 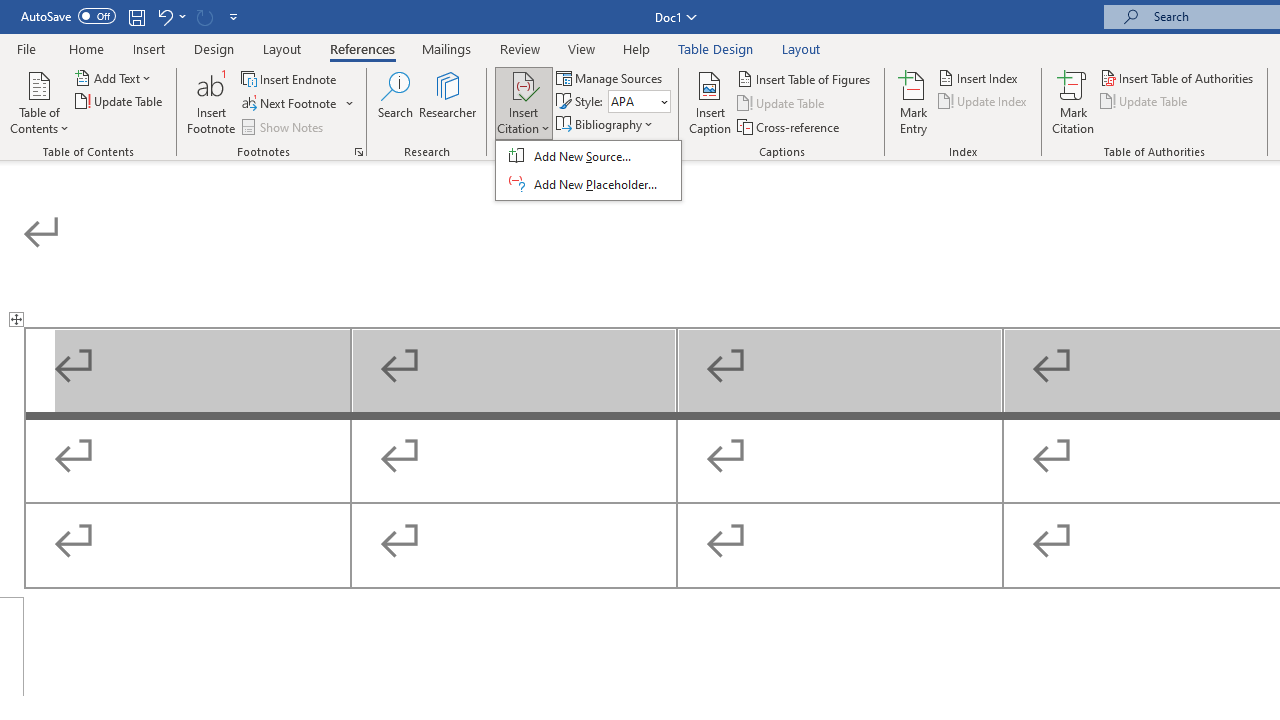 What do you see at coordinates (1145, 101) in the screenshot?
I see `'Update Table'` at bounding box center [1145, 101].